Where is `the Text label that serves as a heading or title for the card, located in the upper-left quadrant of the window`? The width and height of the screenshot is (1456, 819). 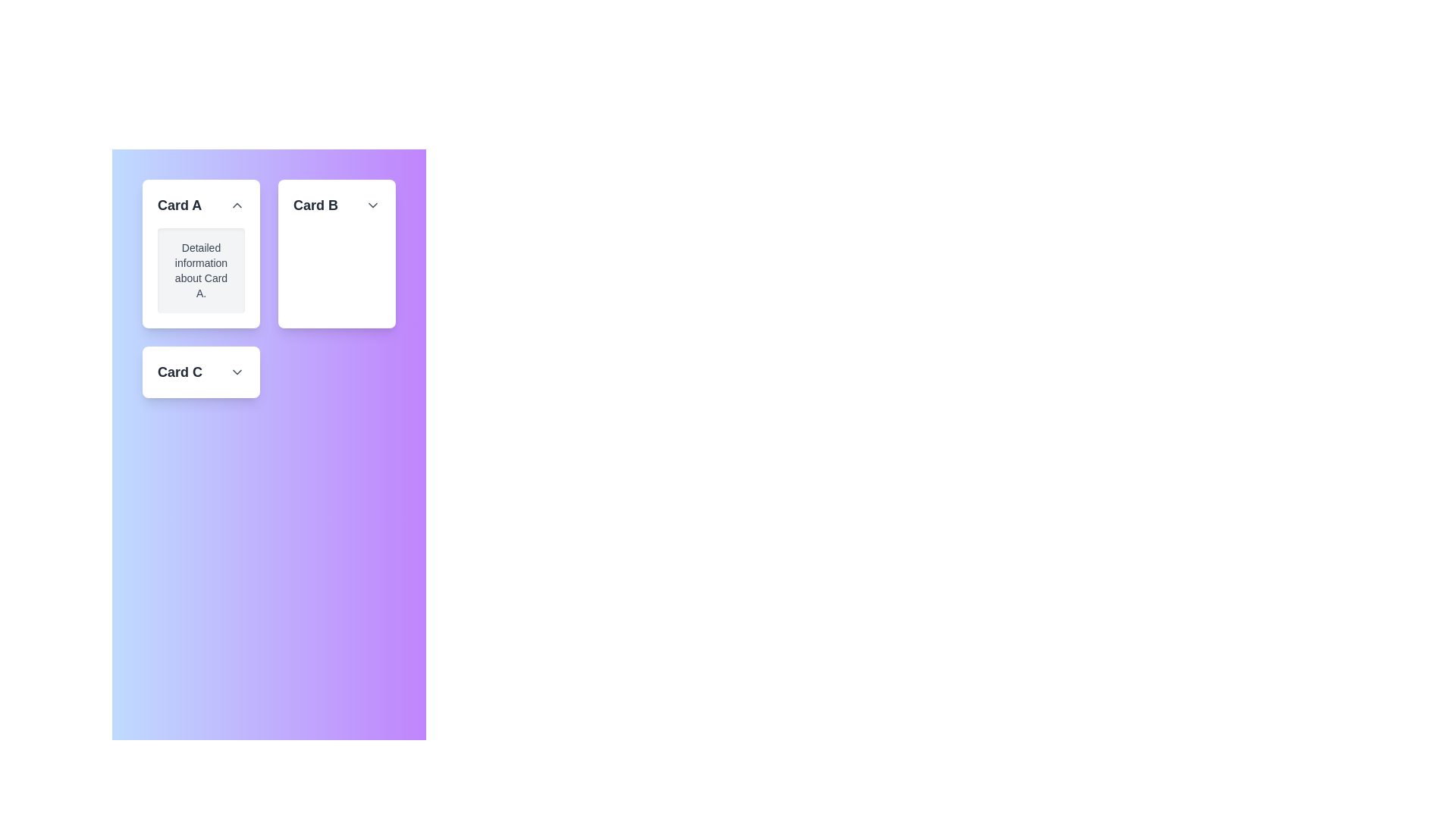 the Text label that serves as a heading or title for the card, located in the upper-left quadrant of the window is located at coordinates (180, 205).